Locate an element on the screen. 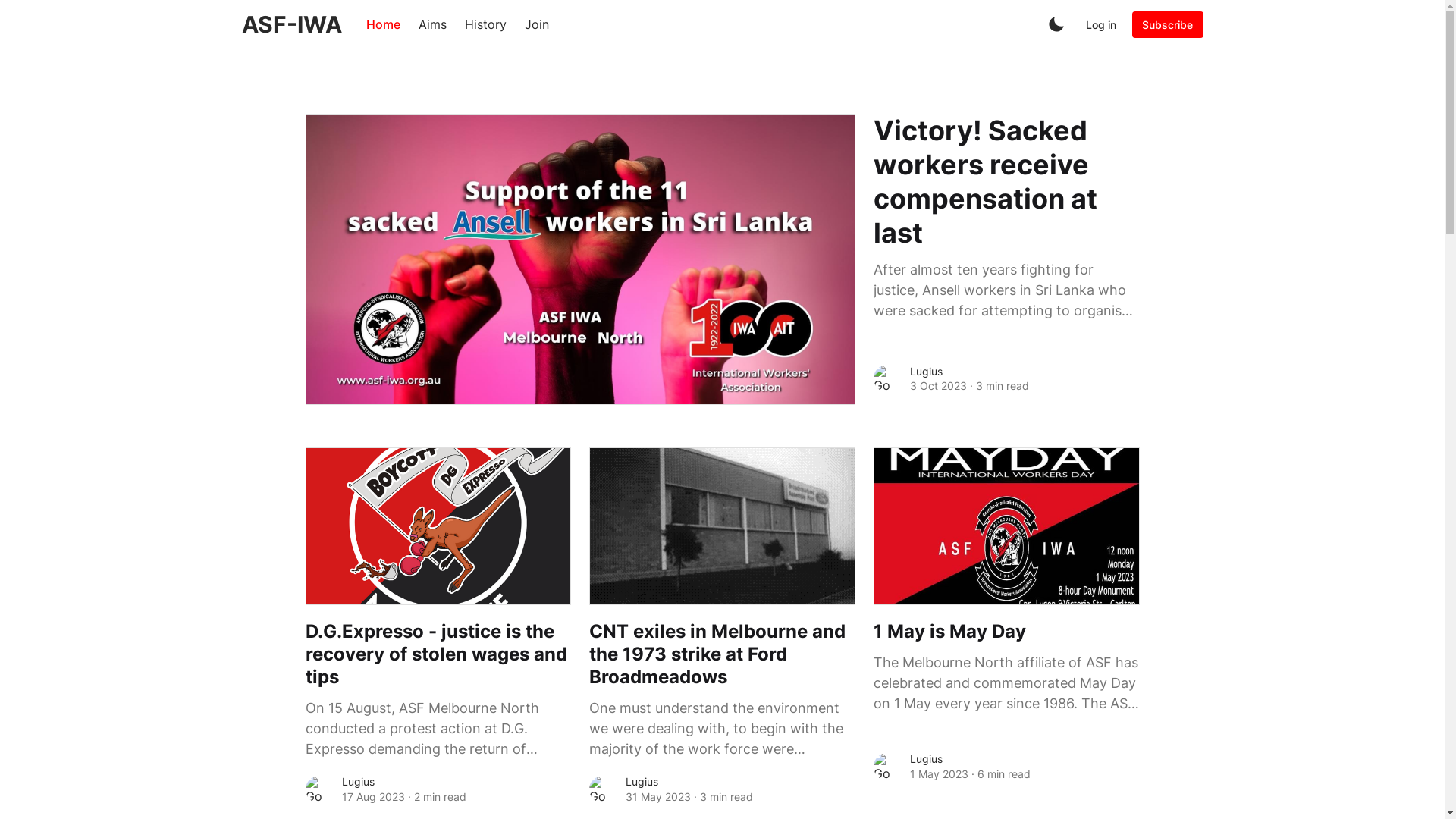  'Join' is located at coordinates (537, 24).